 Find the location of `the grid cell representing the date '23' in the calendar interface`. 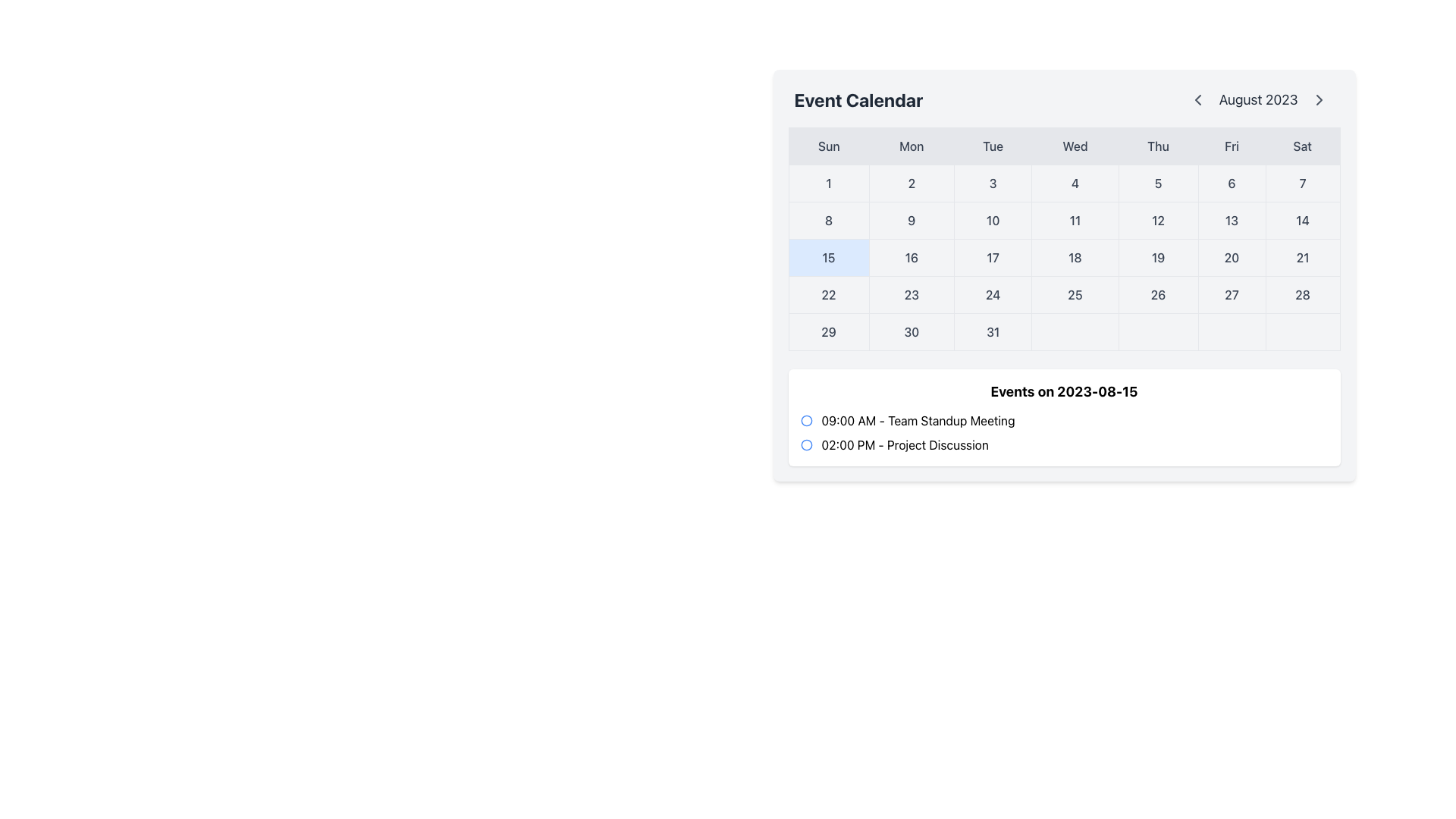

the grid cell representing the date '23' in the calendar interface is located at coordinates (911, 295).